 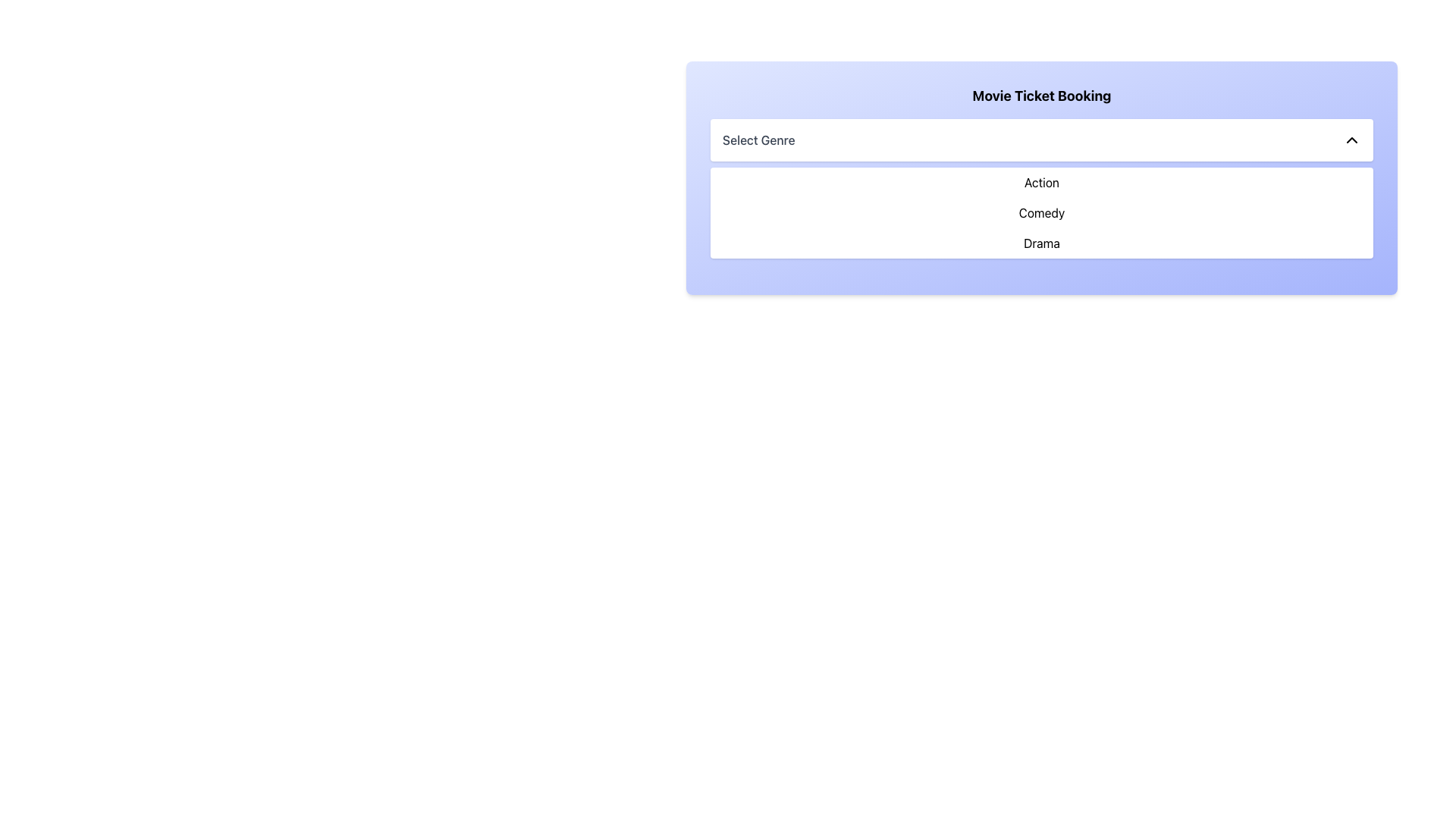 What do you see at coordinates (1040, 213) in the screenshot?
I see `the second item in the 'Select Genre' dropdown list, which is labeled 'Comedy', to activate hover effects` at bounding box center [1040, 213].